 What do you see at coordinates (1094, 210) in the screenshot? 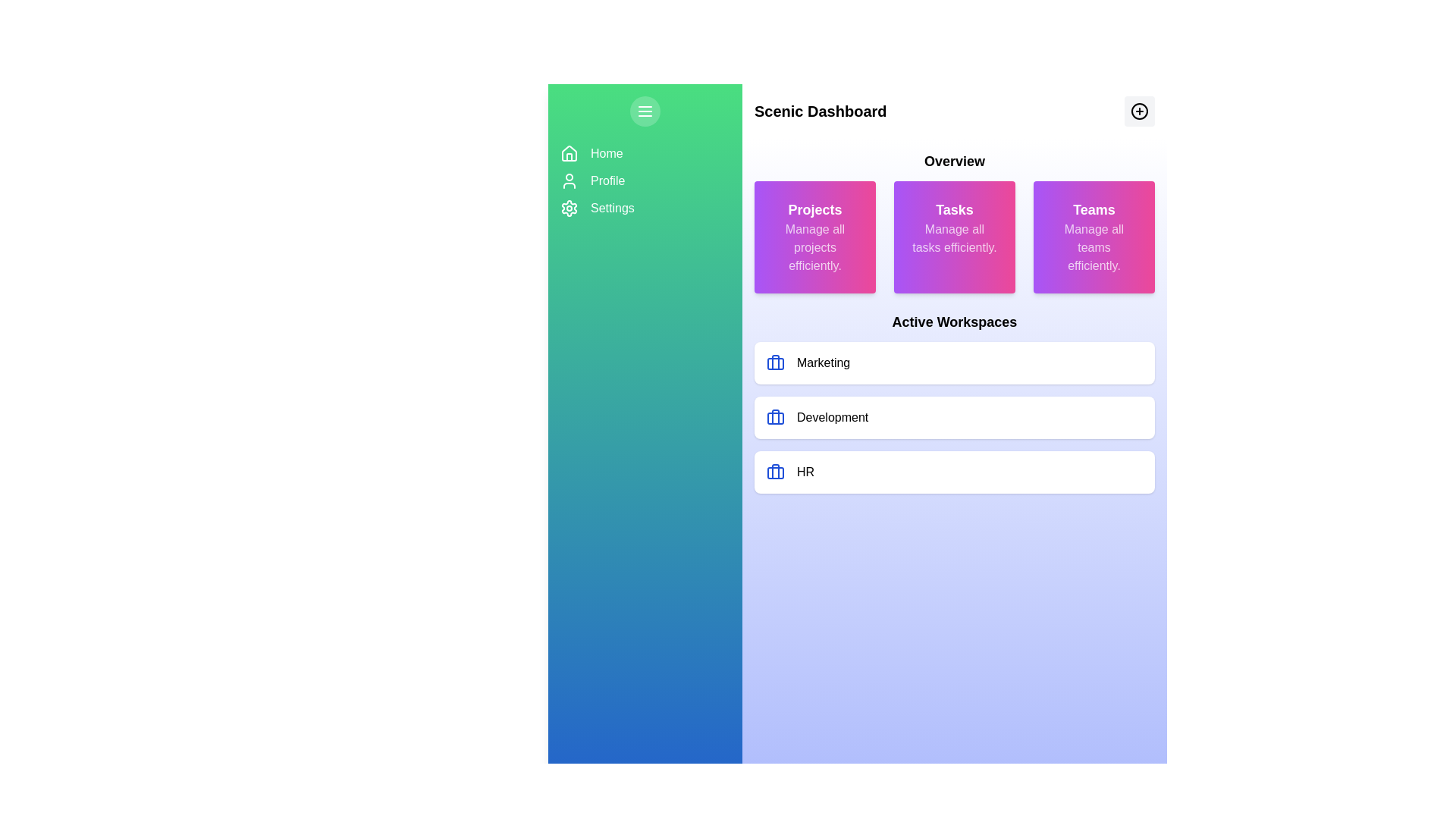
I see `the text label that serves as a title for the 'Teams' card located in the top-right purple-to-pink gradient card under the 'Overview' section` at bounding box center [1094, 210].